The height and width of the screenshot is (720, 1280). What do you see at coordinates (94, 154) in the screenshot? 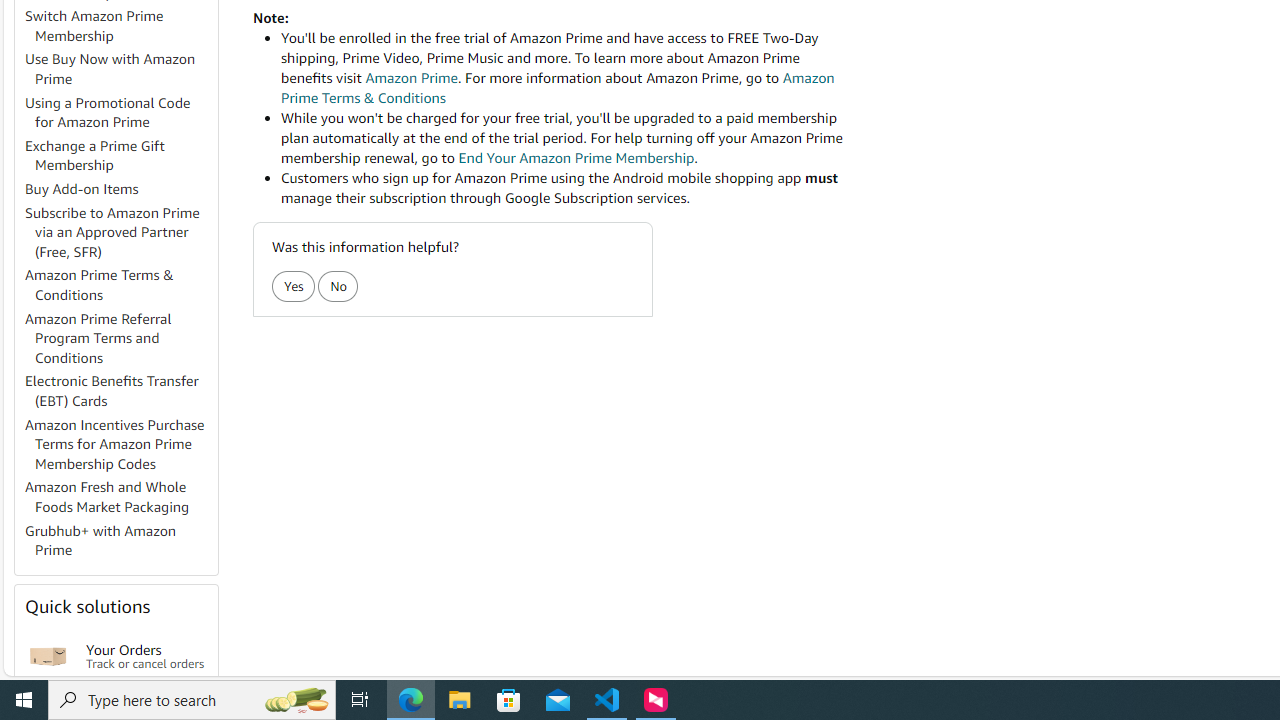
I see `'Exchange a Prime Gift Membership'` at bounding box center [94, 154].